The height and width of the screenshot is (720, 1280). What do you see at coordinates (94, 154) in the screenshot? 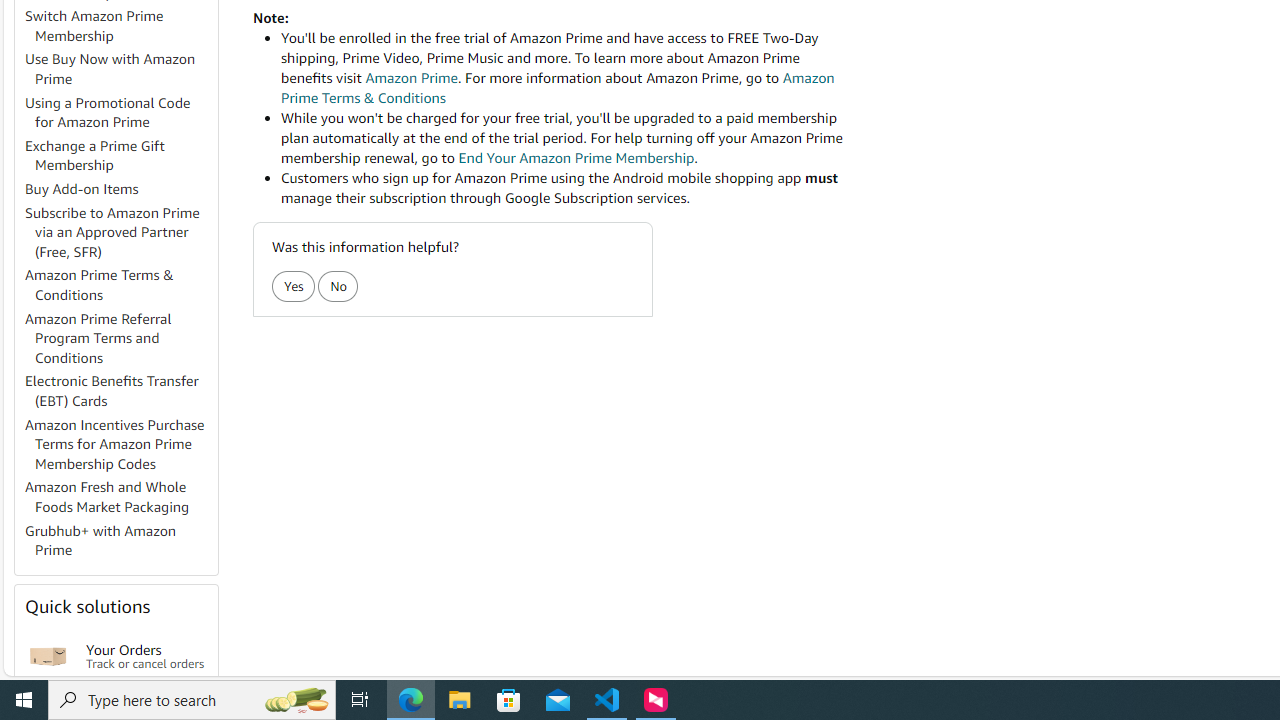
I see `'Exchange a Prime Gift Membership'` at bounding box center [94, 154].